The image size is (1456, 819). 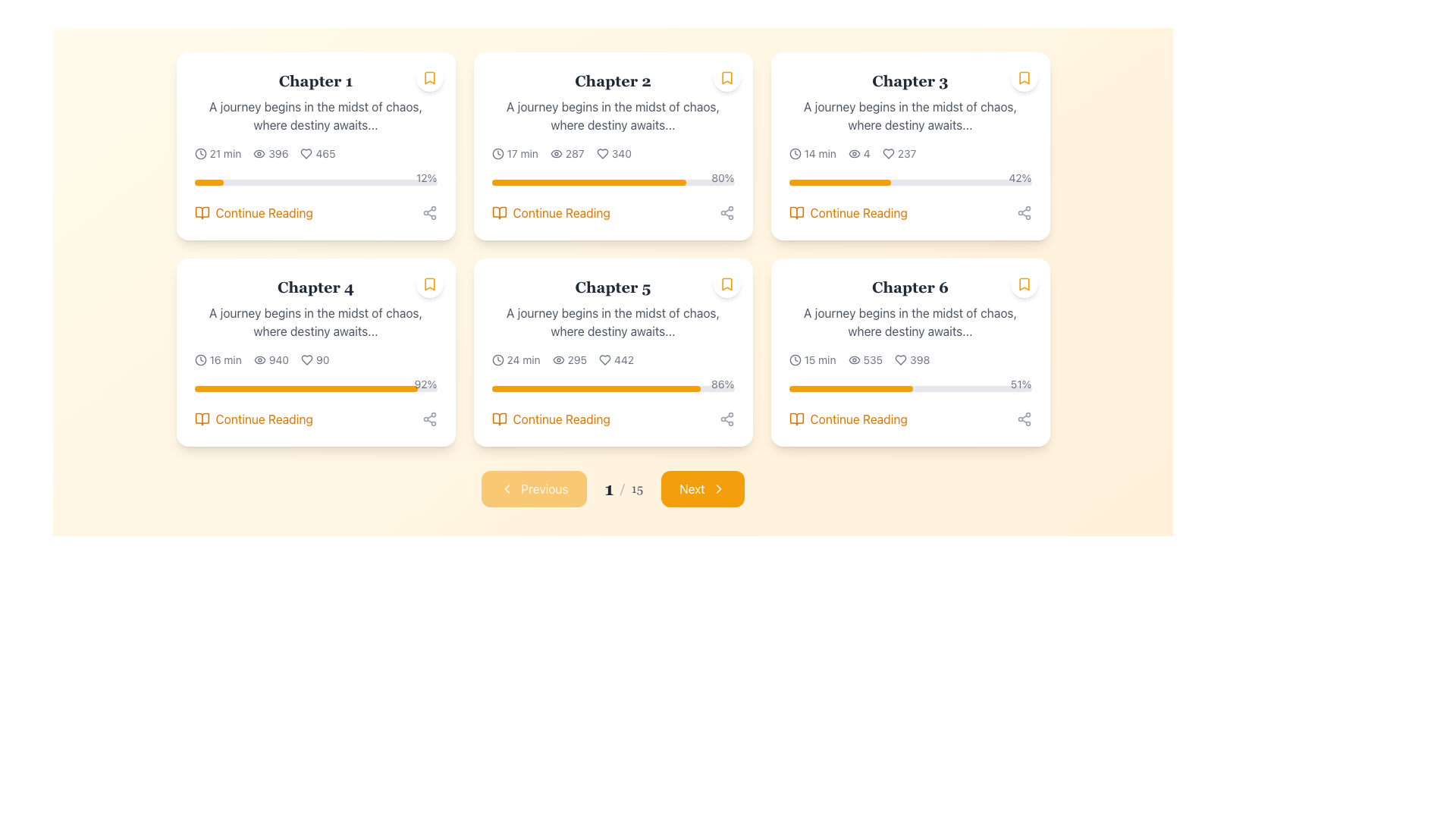 What do you see at coordinates (315, 287) in the screenshot?
I see `the chapter title text label located in the second card of the first row in the grid layout` at bounding box center [315, 287].